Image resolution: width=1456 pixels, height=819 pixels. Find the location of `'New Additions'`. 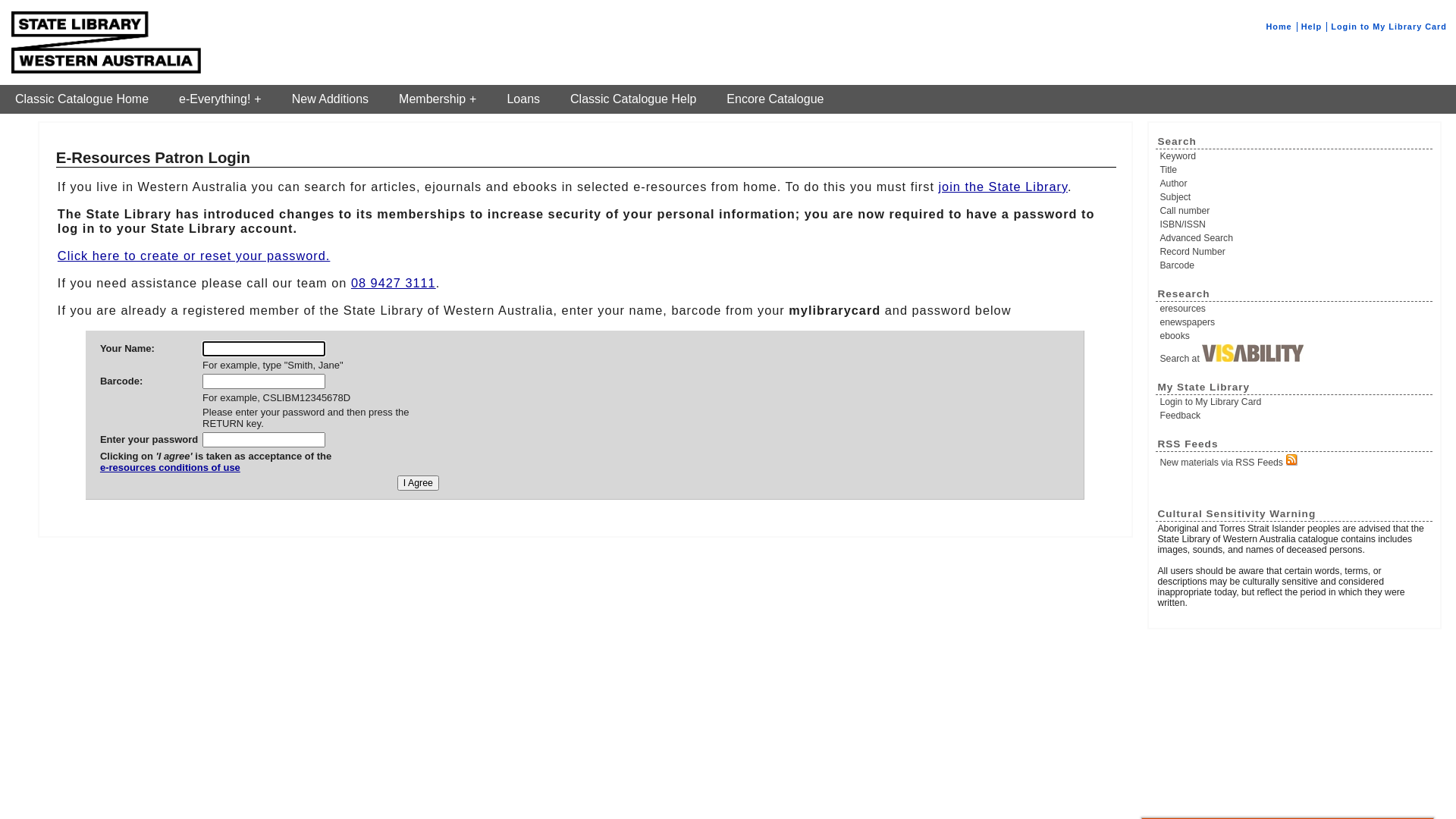

'New Additions' is located at coordinates (329, 99).